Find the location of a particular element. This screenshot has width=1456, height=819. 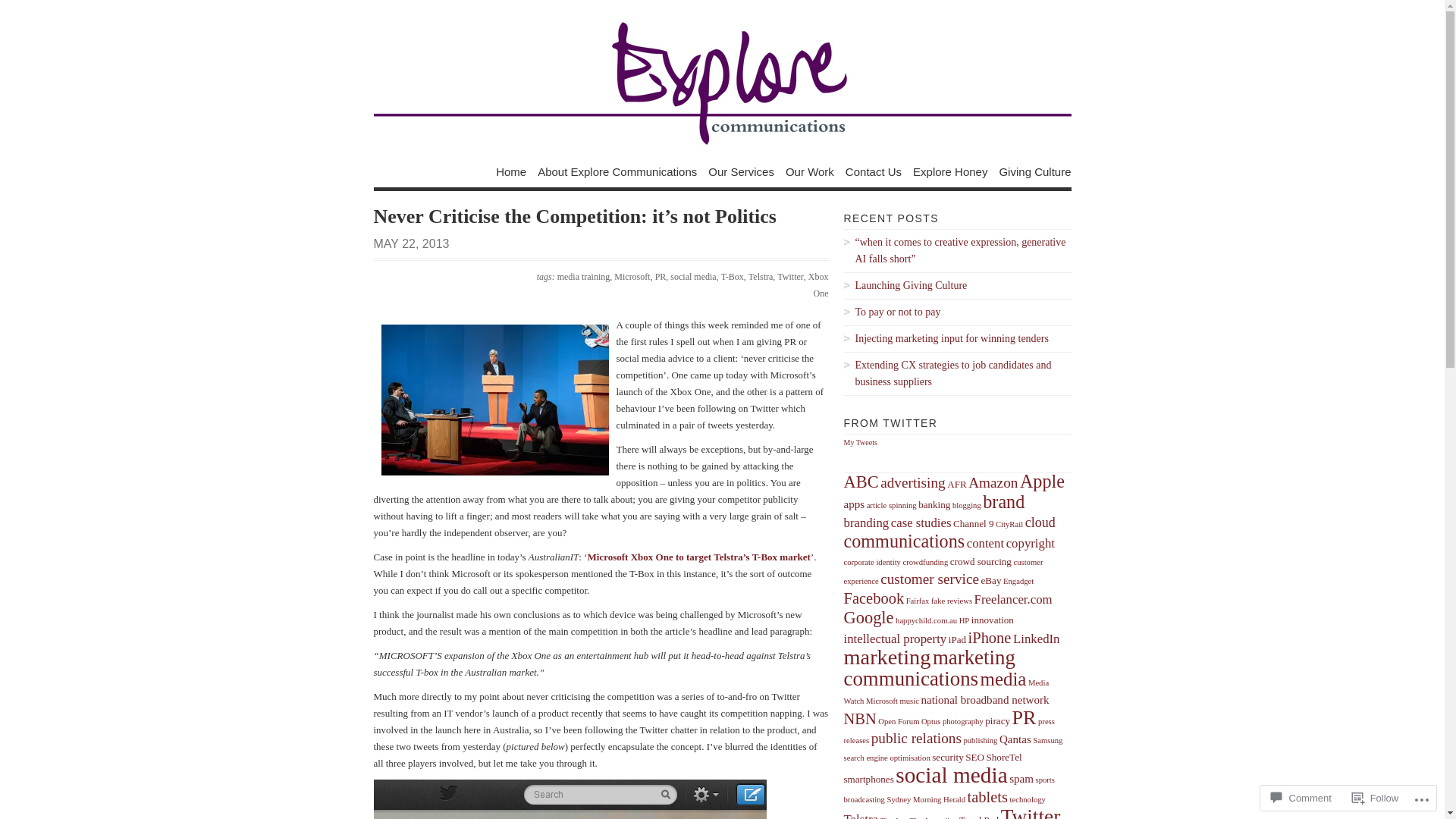

'customer experience' is located at coordinates (942, 571).